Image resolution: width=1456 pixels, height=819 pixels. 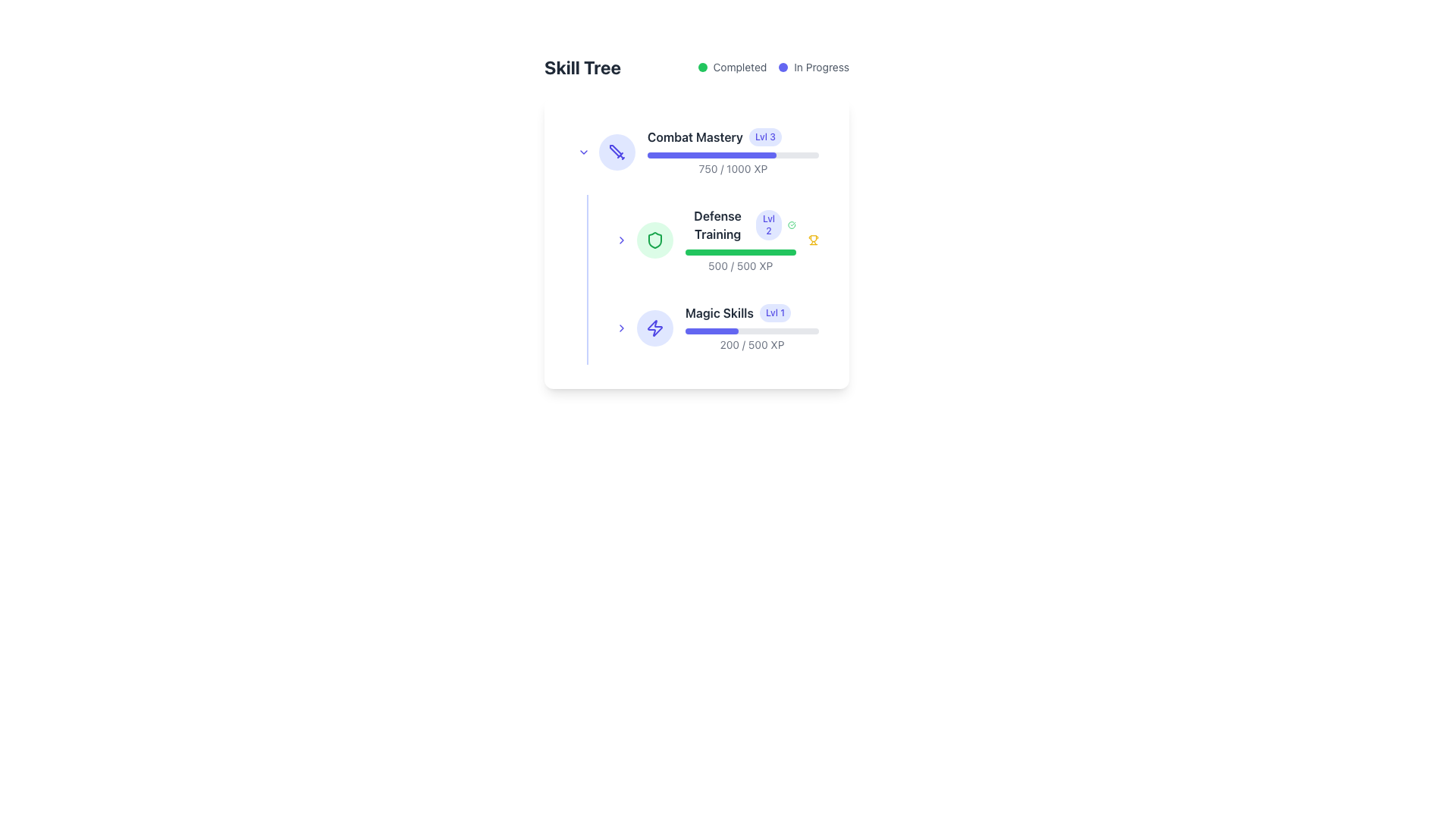 I want to click on the text display element that shows the numerical XP progress for 'Magic Skills', located at the bottom of the 'Magic Skills' entry in the skill tree interface, so click(x=752, y=345).